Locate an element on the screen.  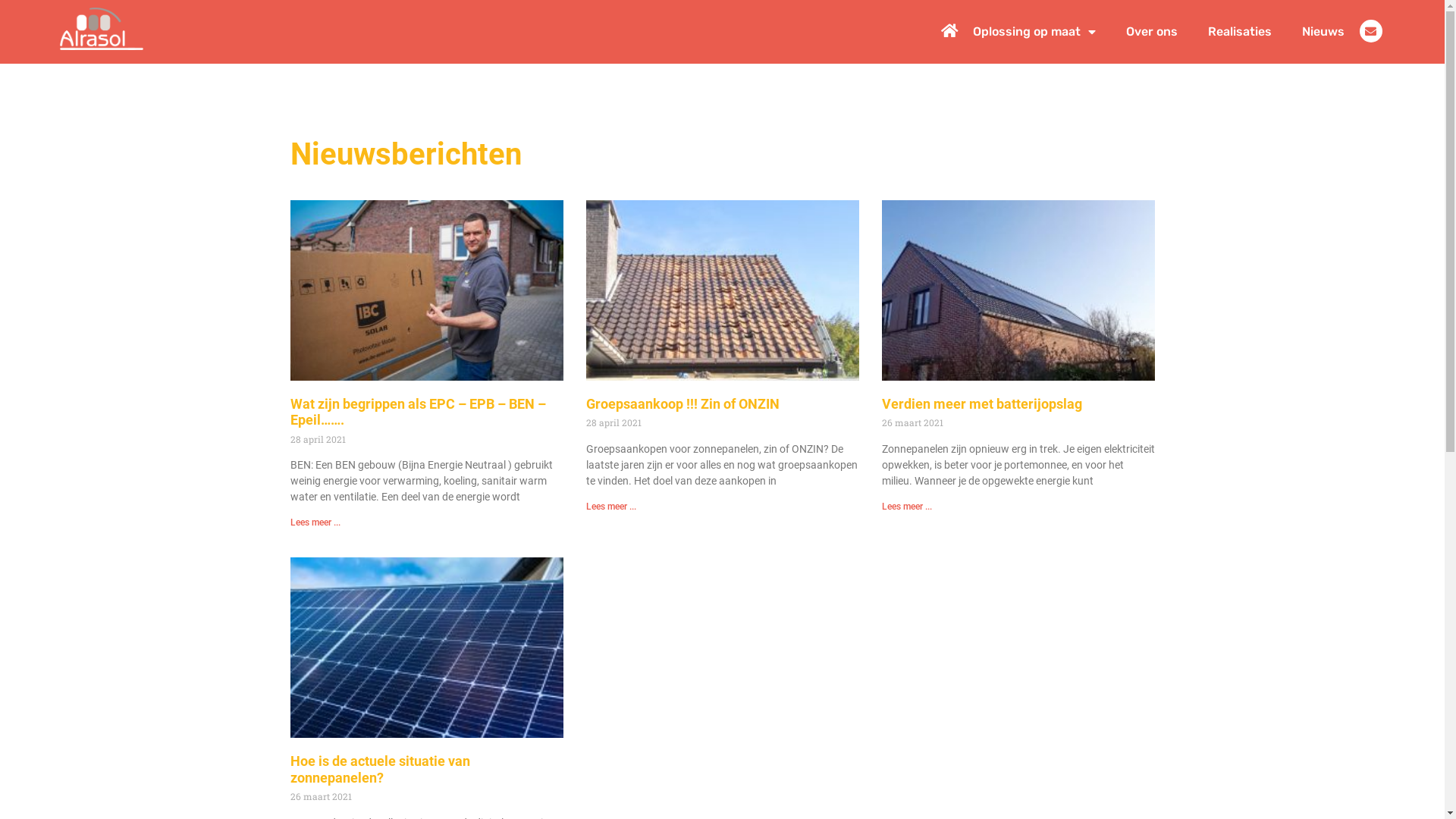
'Groepsaankoop !!! Zin of ONZIN' is located at coordinates (681, 403).